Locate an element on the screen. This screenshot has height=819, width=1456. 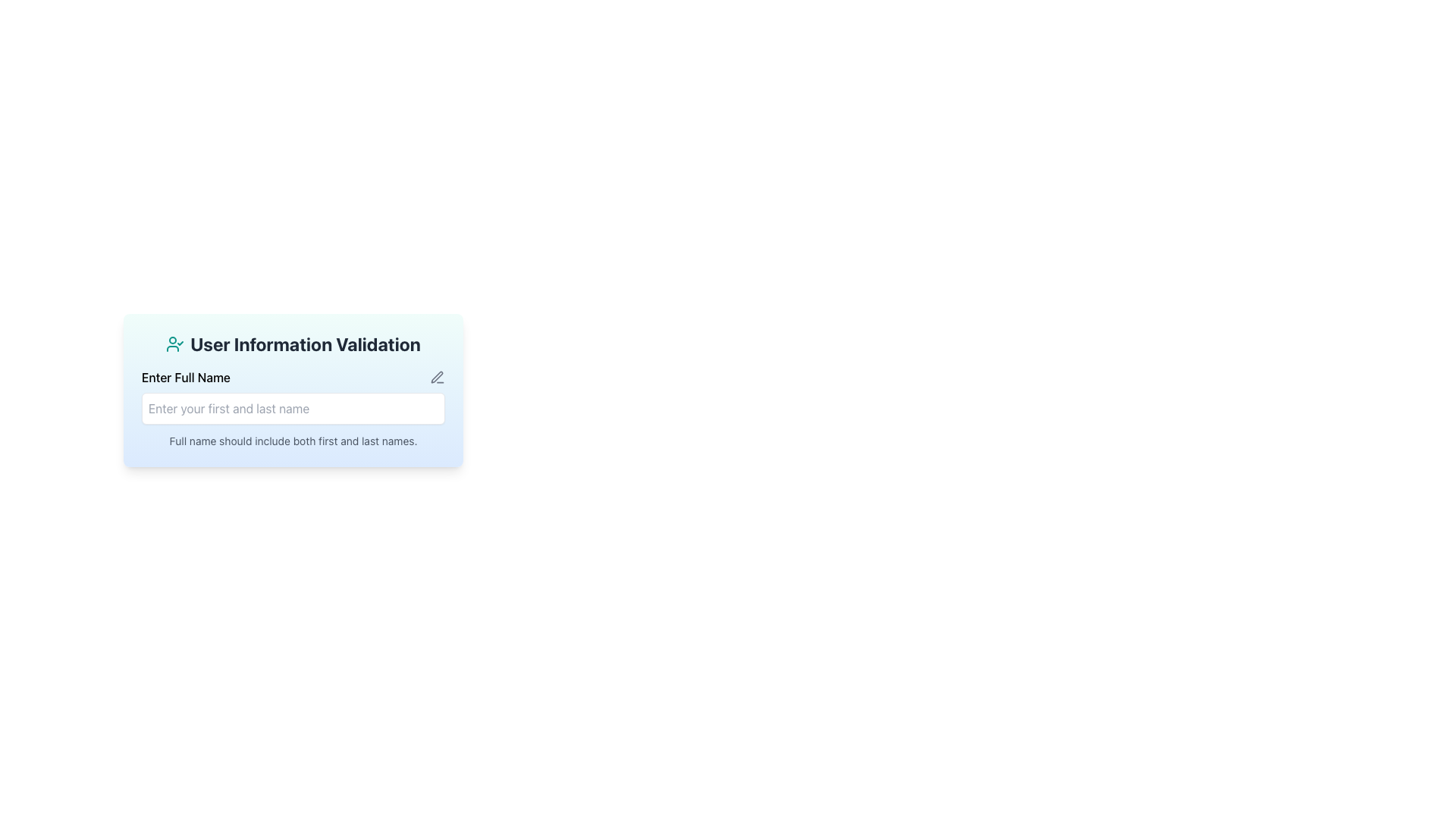
the error icon located at the top right of the 'Enter Full Name' input field is located at coordinates (436, 376).